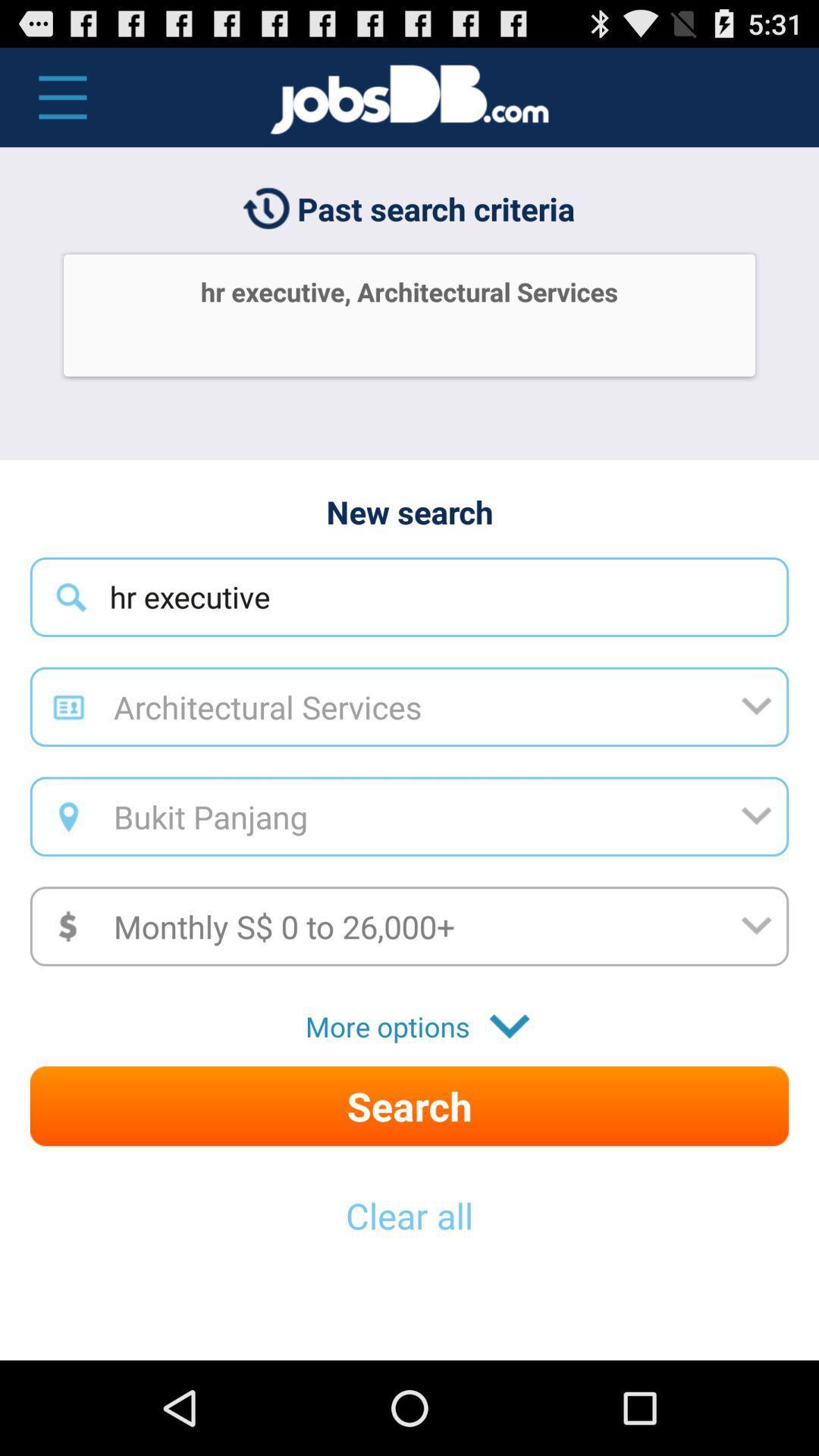 This screenshot has width=819, height=1456. Describe the element at coordinates (54, 104) in the screenshot. I see `the menu icon` at that location.